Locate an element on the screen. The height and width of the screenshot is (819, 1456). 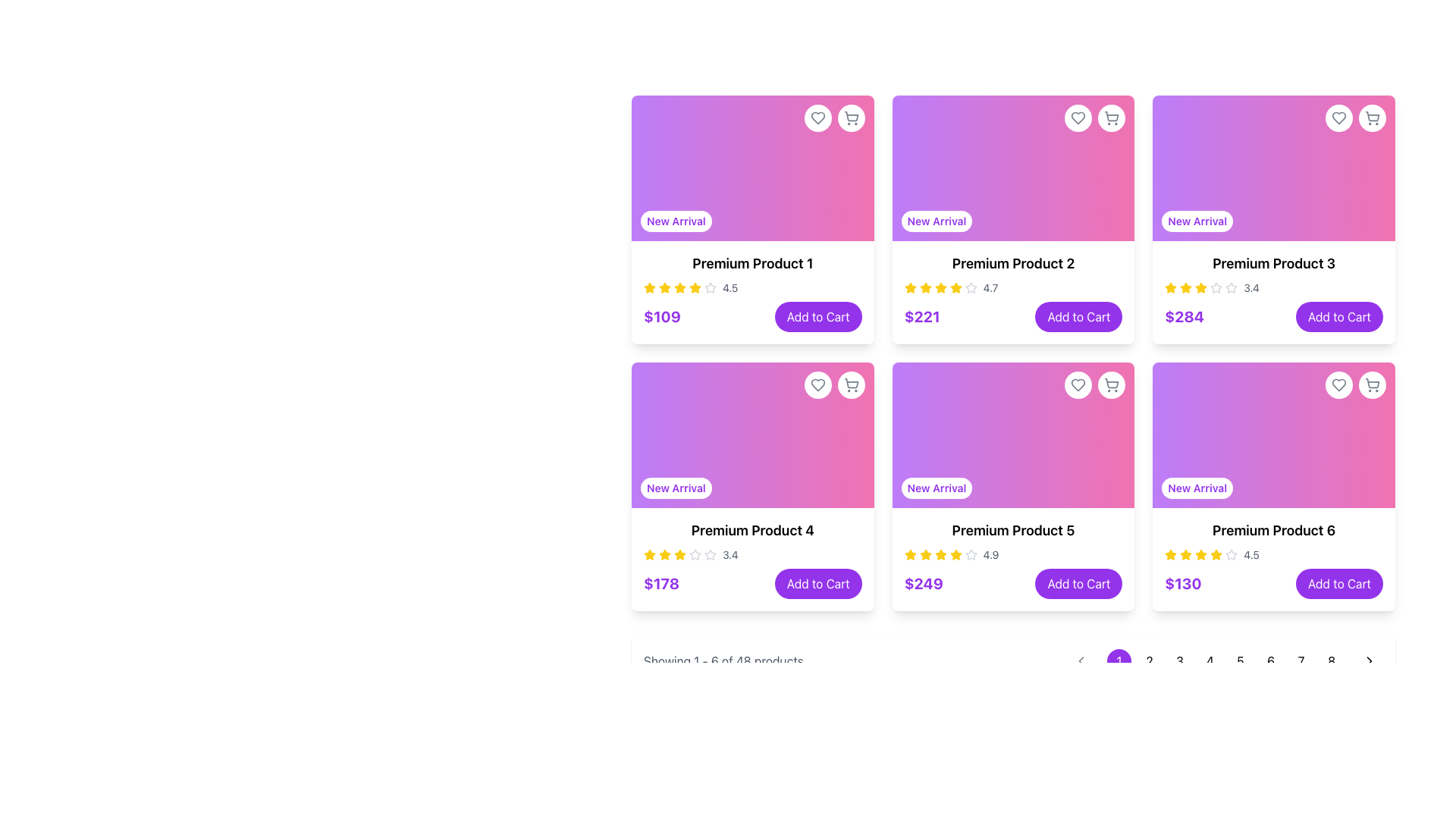
the third yellow star icon in the rating system below the product title 'Premium Product 2' is located at coordinates (924, 288).